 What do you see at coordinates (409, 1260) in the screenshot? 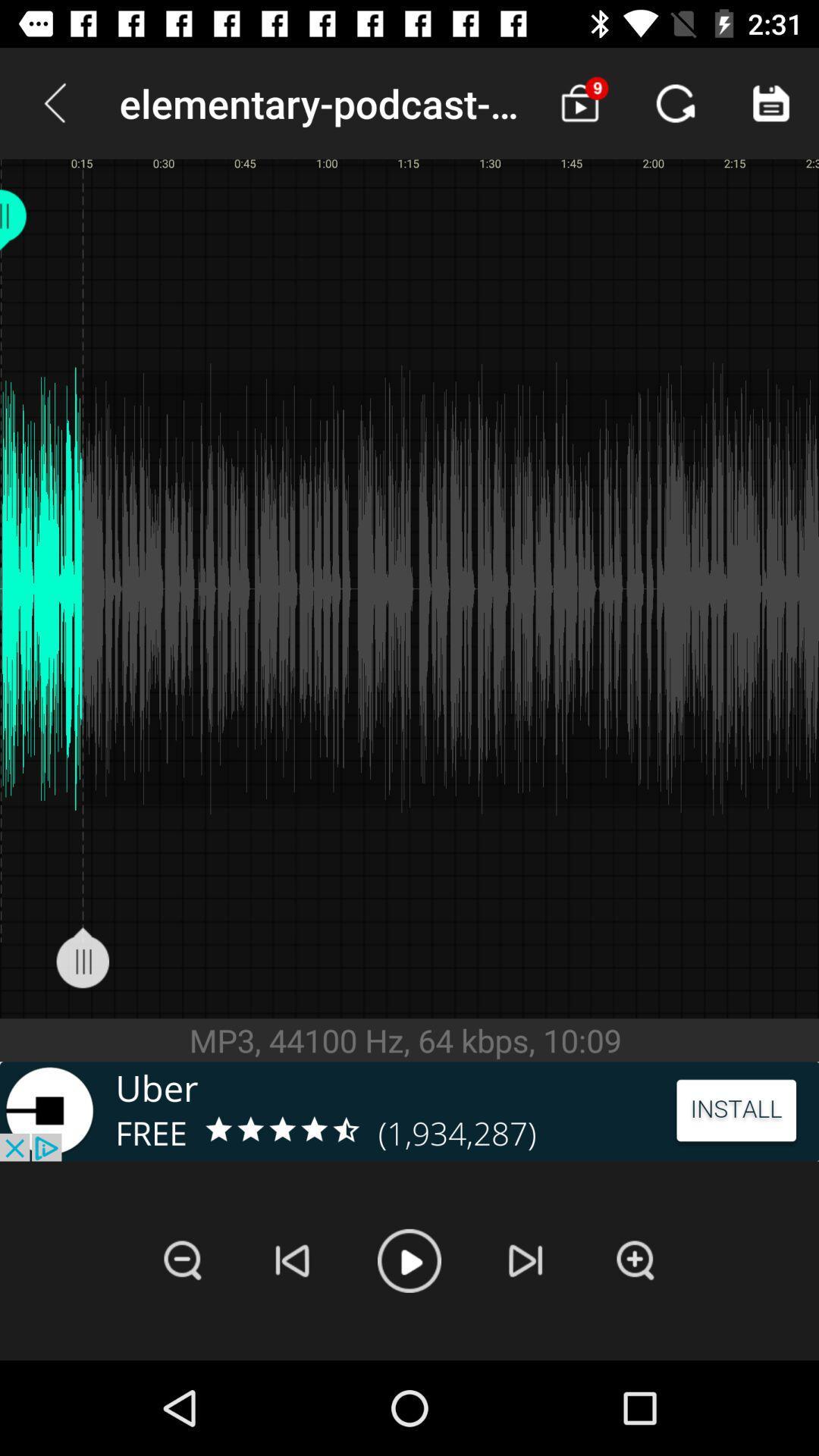
I see `song` at bounding box center [409, 1260].